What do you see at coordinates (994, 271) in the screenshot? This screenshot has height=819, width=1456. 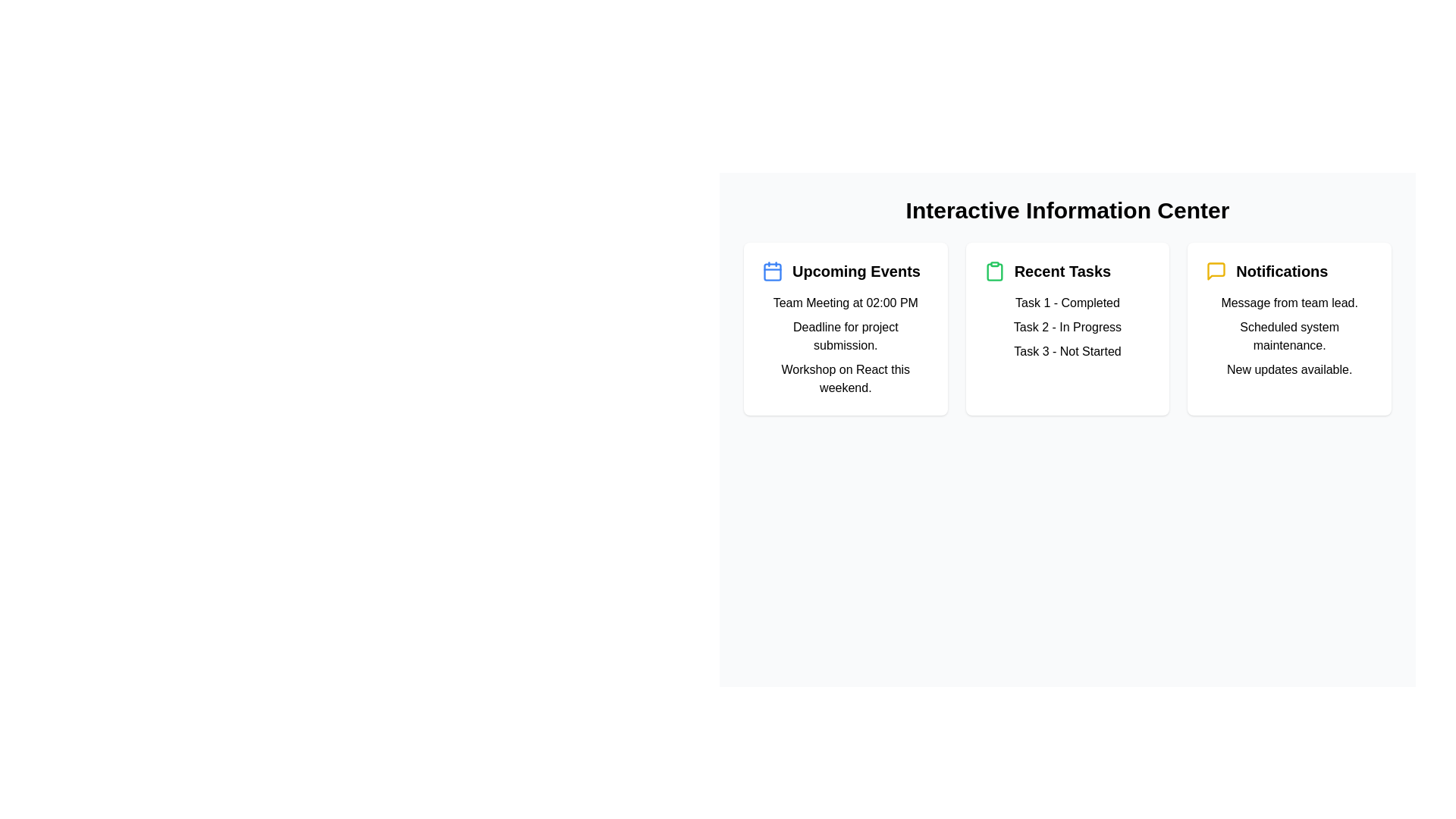 I see `the green clipboard icon located in the 'Recent Tasks' section, immediately to the left of the 'Recent Tasks' header text` at bounding box center [994, 271].